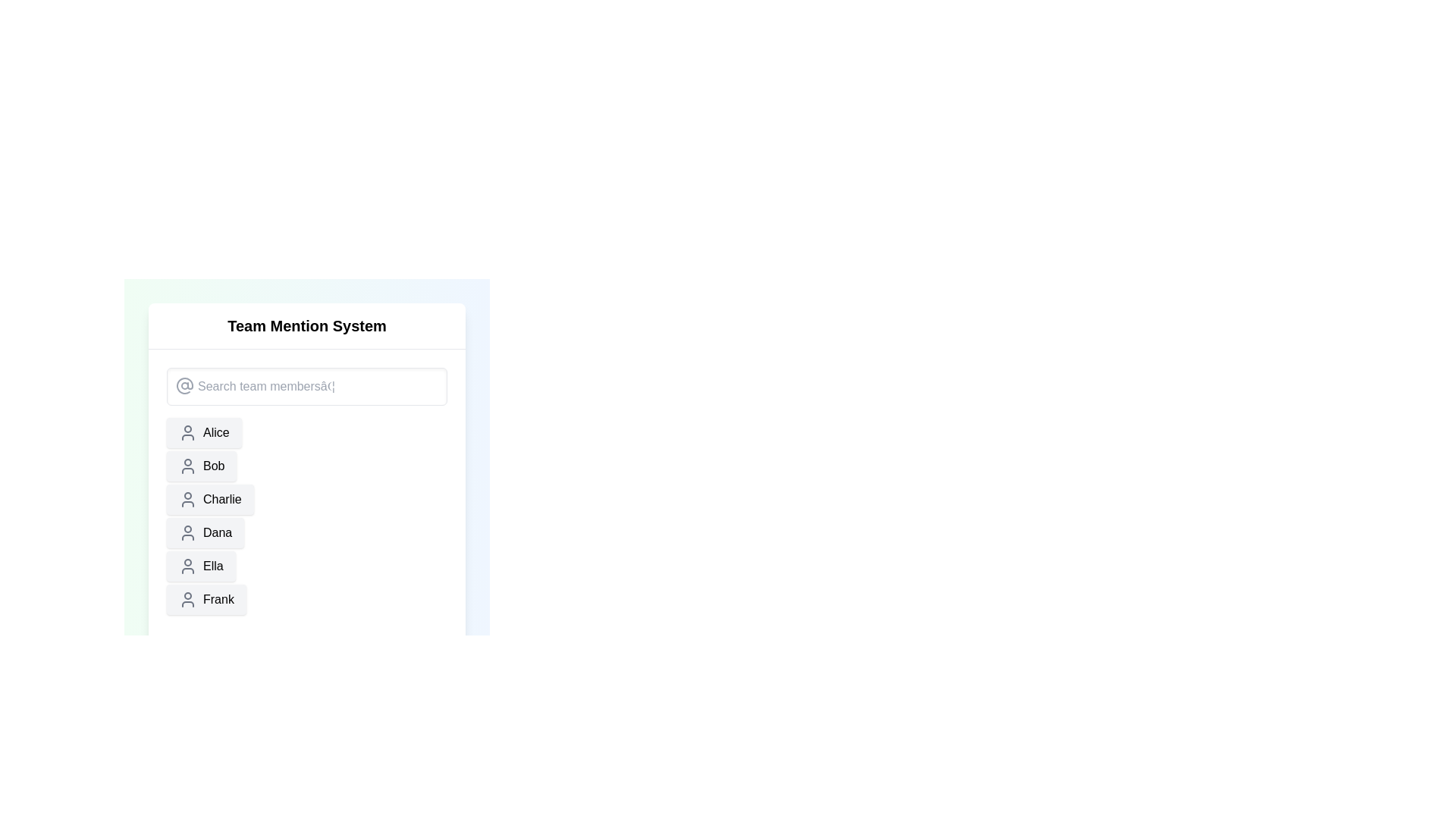 The width and height of the screenshot is (1456, 819). Describe the element at coordinates (187, 500) in the screenshot. I see `the user icon representing 'Charlie', located to the left of the text label in the user list, positioned third from the top` at that location.